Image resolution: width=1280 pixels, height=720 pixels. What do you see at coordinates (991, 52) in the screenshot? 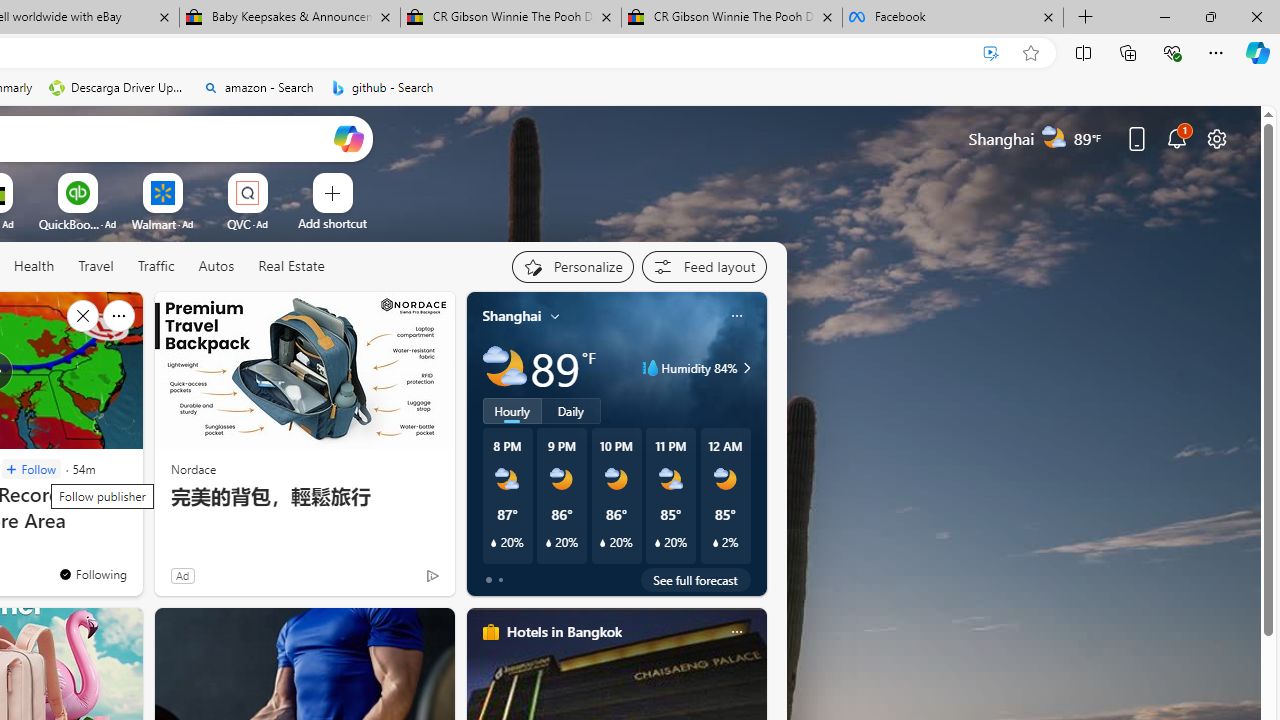
I see `'Enhance video'` at bounding box center [991, 52].